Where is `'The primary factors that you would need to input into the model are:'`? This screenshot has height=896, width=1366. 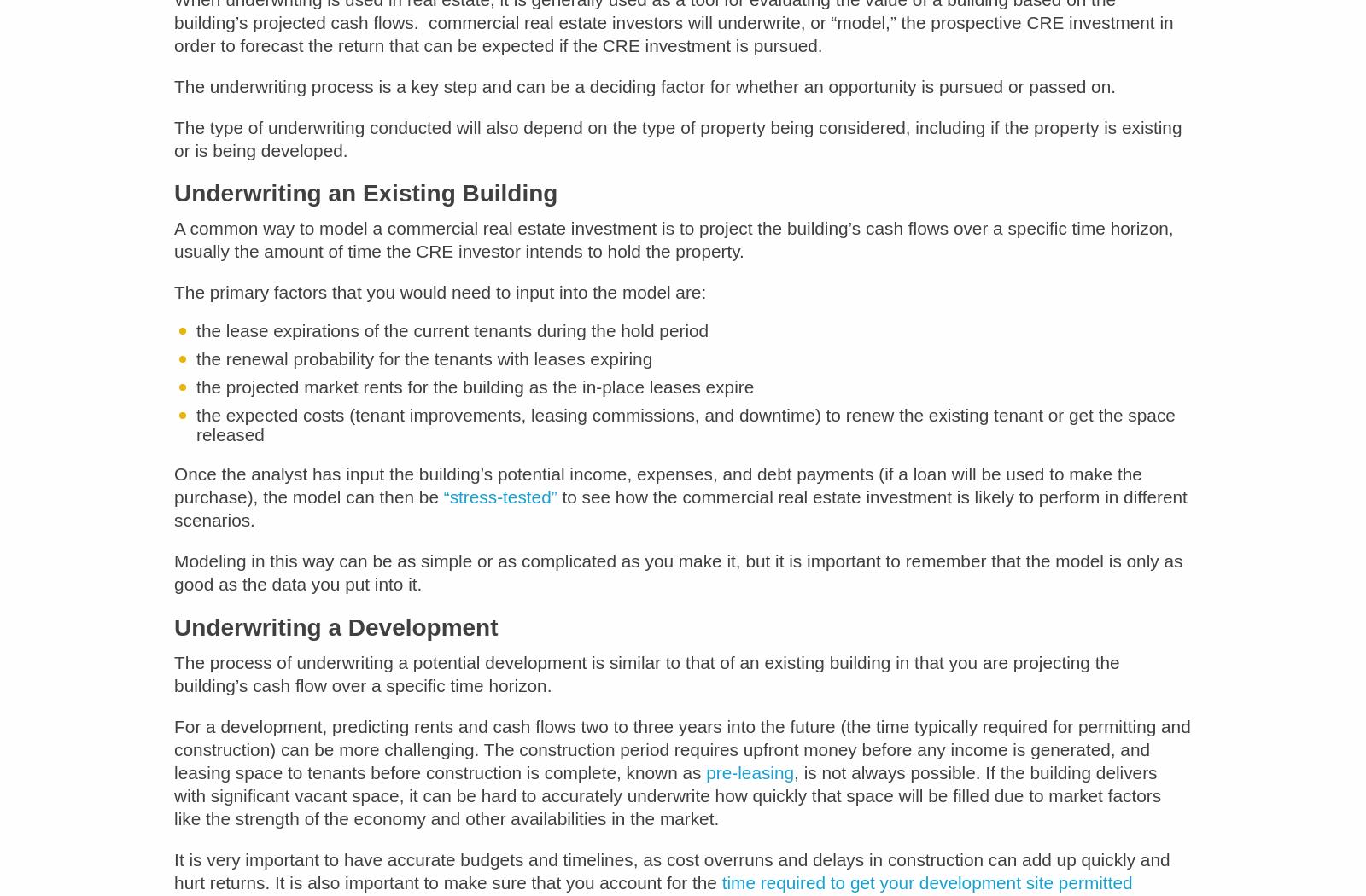 'The primary factors that you would need to input into the model are:' is located at coordinates (439, 303).